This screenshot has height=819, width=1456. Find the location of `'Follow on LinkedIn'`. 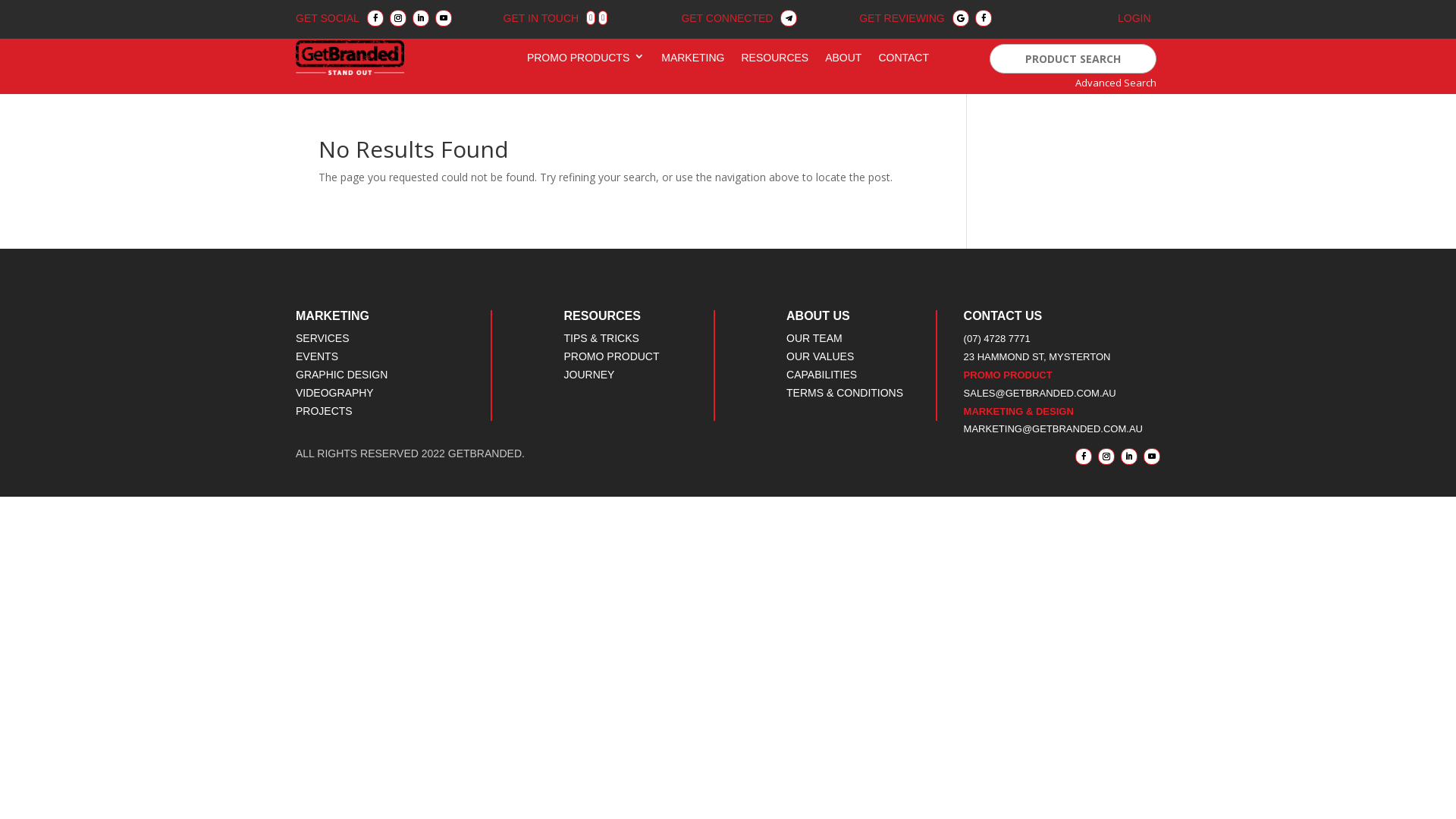

'Follow on LinkedIn' is located at coordinates (1128, 455).